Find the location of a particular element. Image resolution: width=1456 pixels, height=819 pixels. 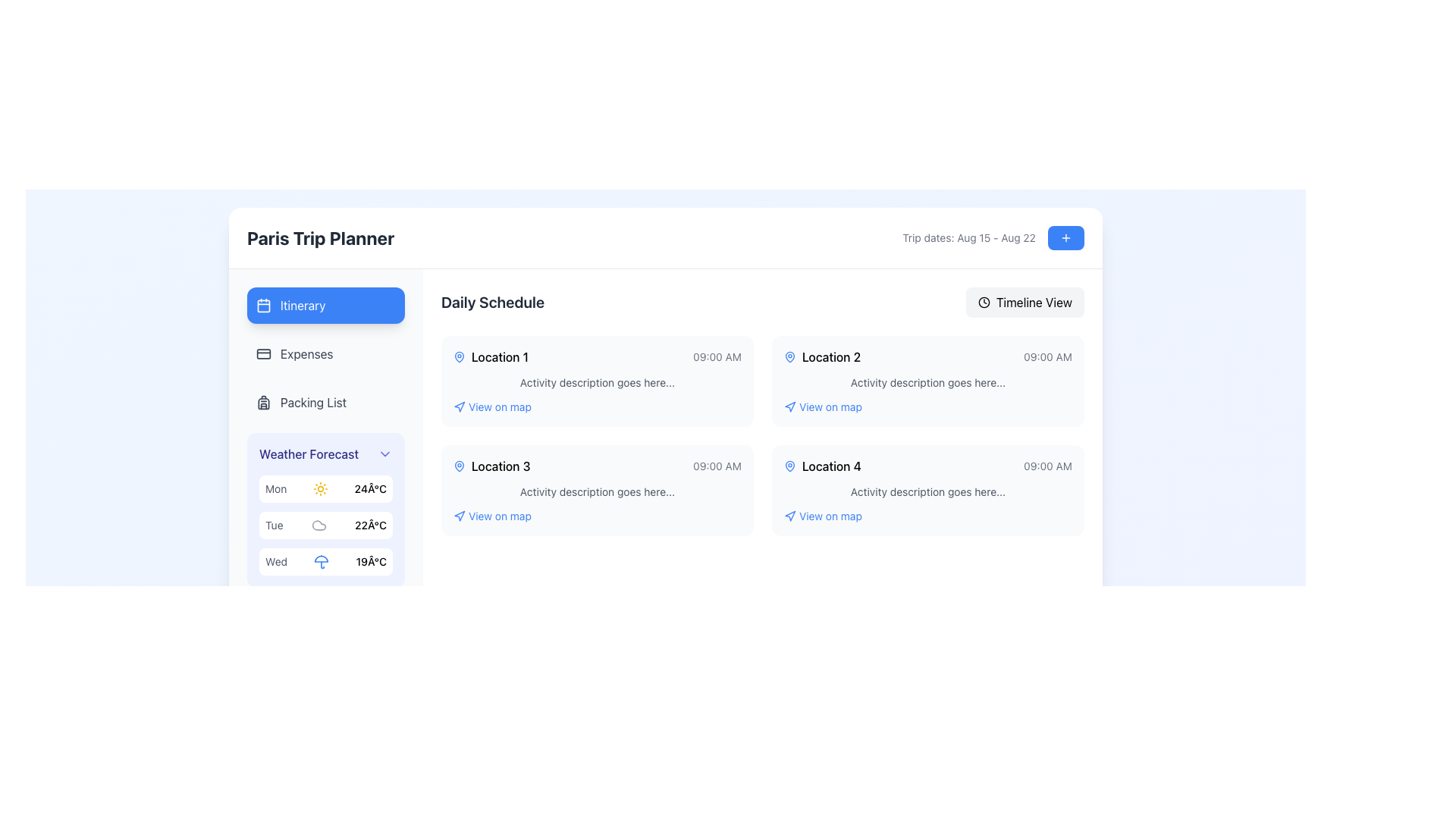

the content of the time indicator text label located in the rightmost column of the 'Location 2' entry in the daily schedule is located at coordinates (1047, 356).